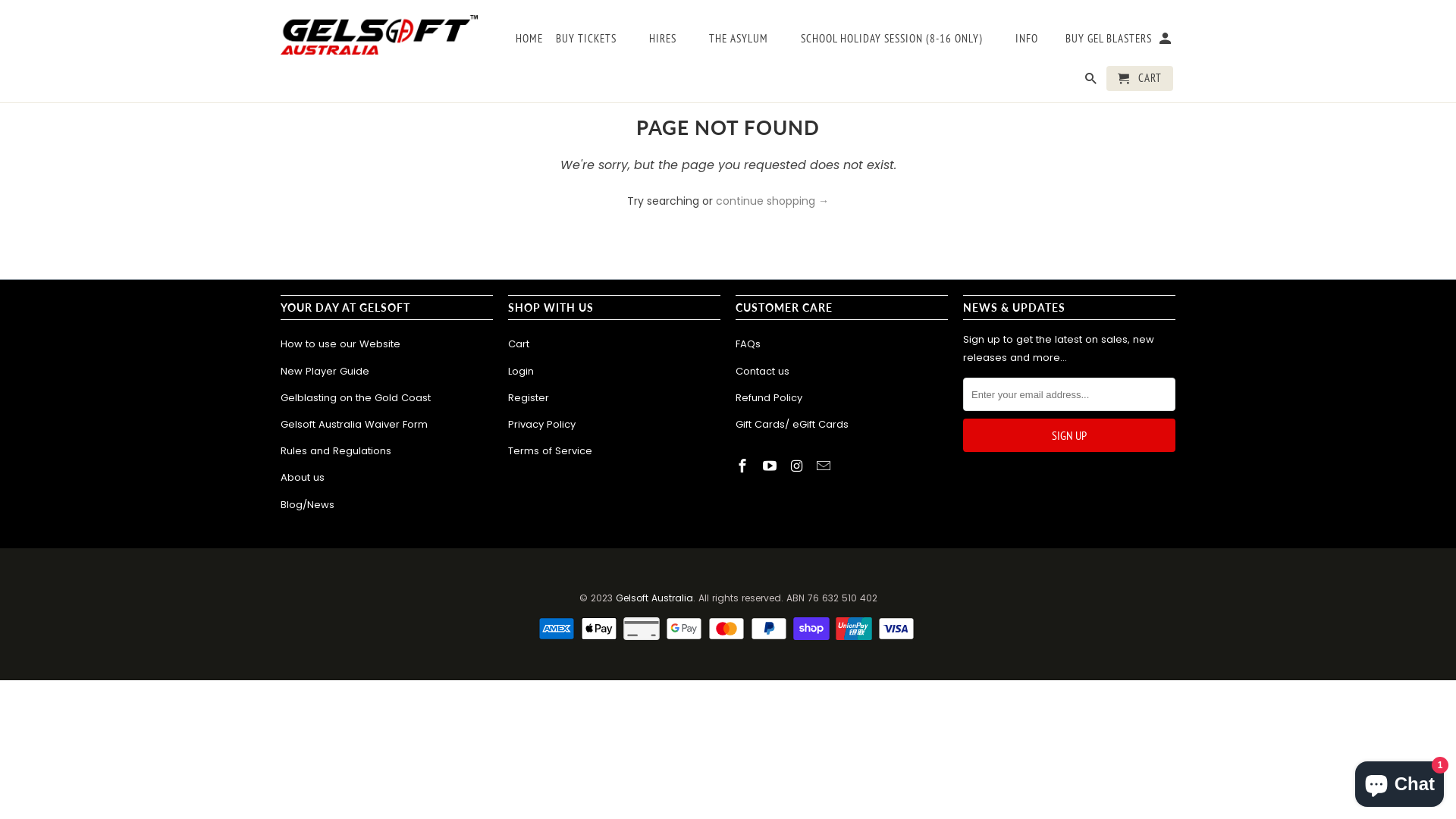  I want to click on 'Contact us', so click(762, 371).